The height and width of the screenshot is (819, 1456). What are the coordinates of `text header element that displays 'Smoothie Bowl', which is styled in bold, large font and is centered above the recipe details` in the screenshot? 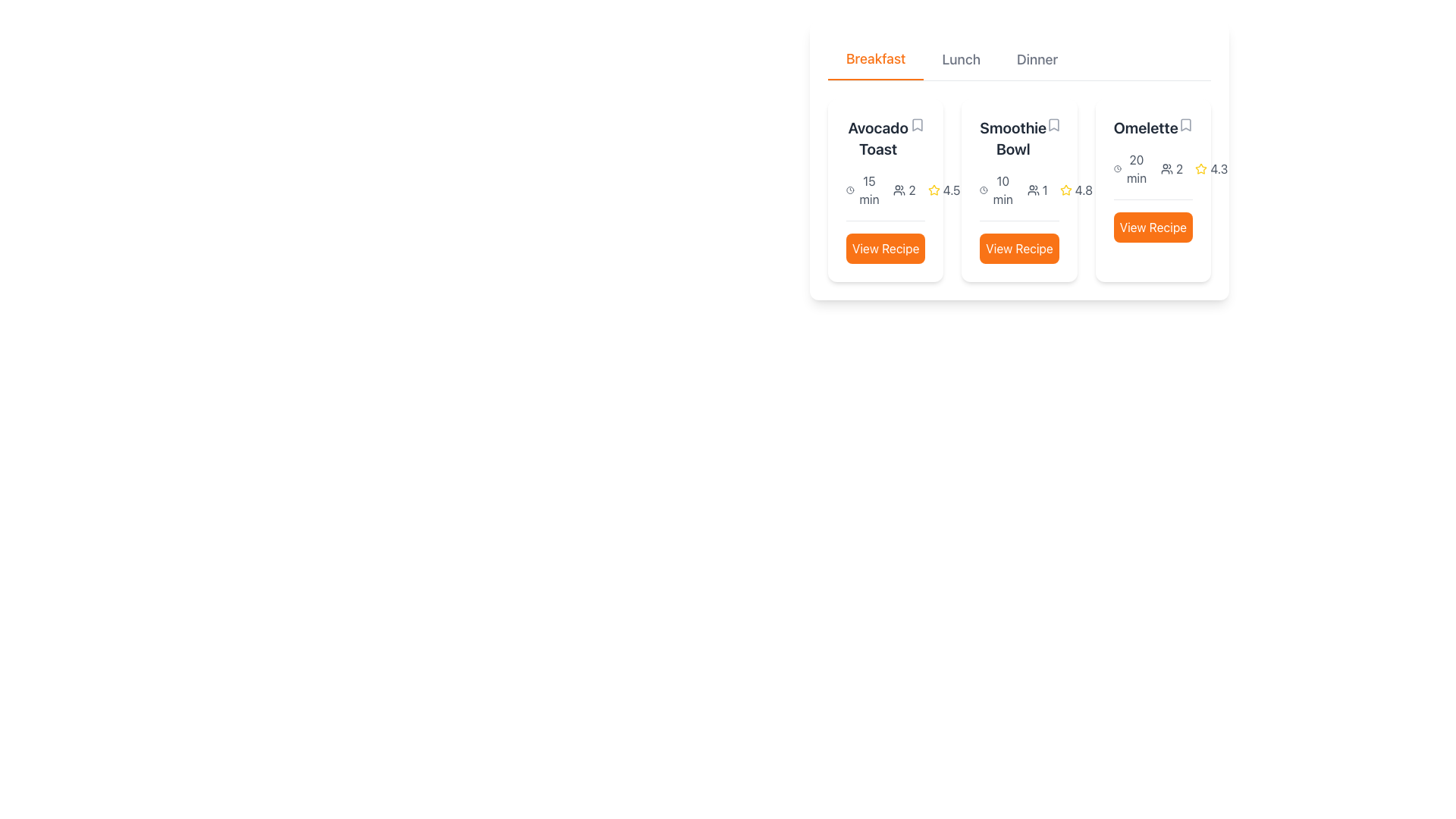 It's located at (1013, 138).